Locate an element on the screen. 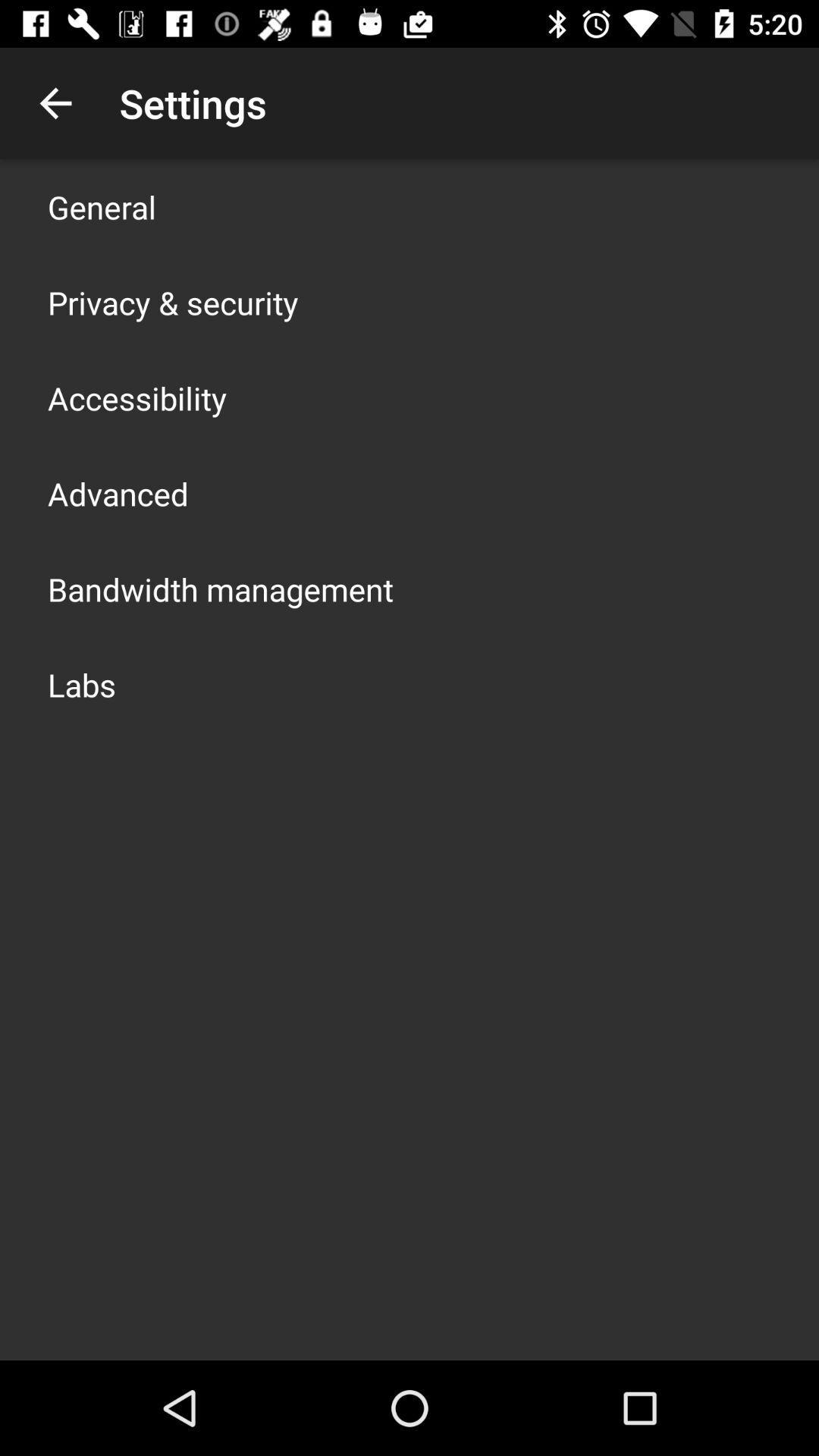  item above accessibility app is located at coordinates (172, 302).